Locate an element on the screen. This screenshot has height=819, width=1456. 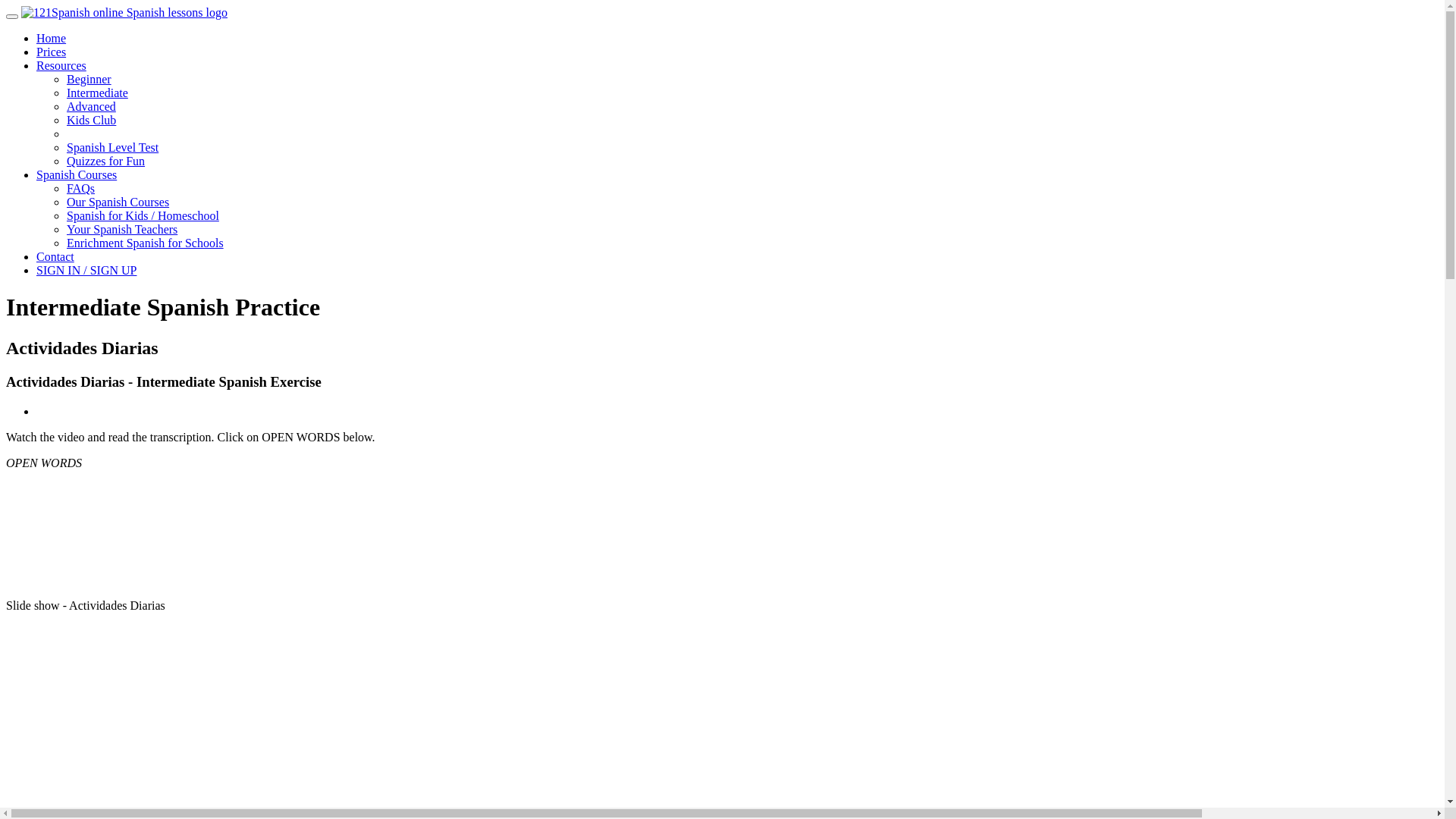
'Quizzes for Fun' is located at coordinates (105, 161).